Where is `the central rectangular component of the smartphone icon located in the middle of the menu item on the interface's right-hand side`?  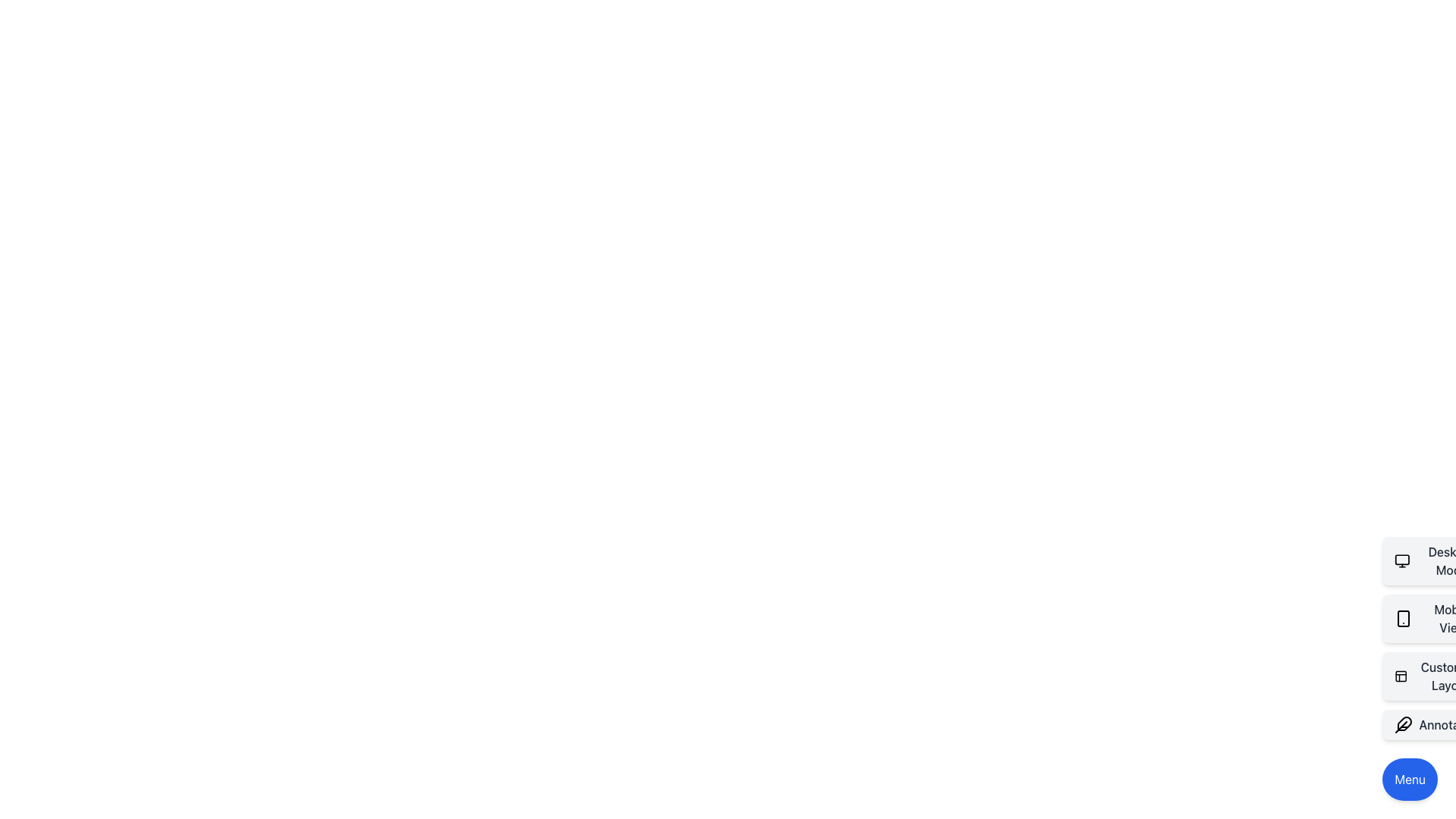
the central rectangular component of the smartphone icon located in the middle of the menu item on the interface's right-hand side is located at coordinates (1403, 619).